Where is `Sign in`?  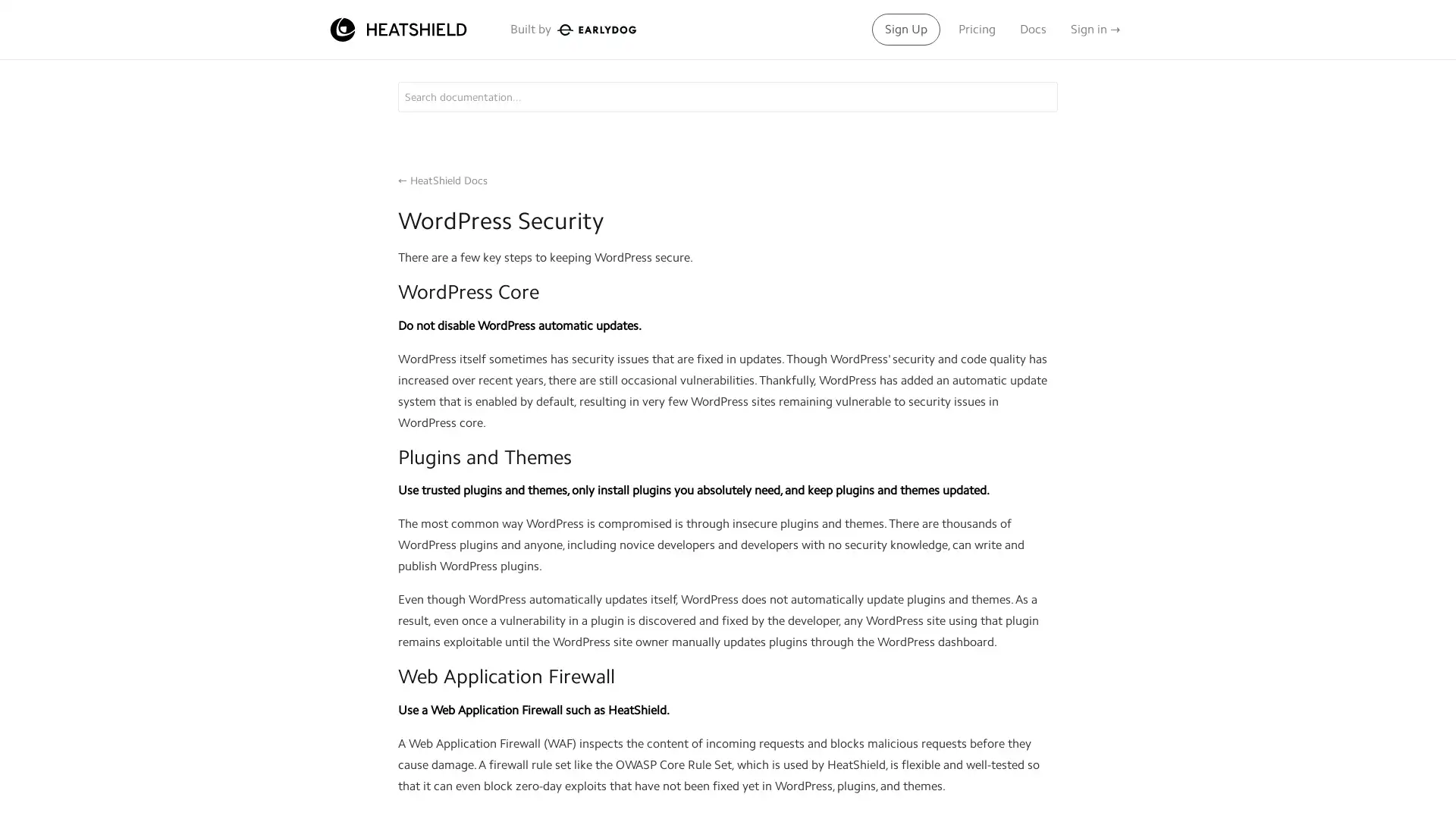 Sign in is located at coordinates (1095, 29).